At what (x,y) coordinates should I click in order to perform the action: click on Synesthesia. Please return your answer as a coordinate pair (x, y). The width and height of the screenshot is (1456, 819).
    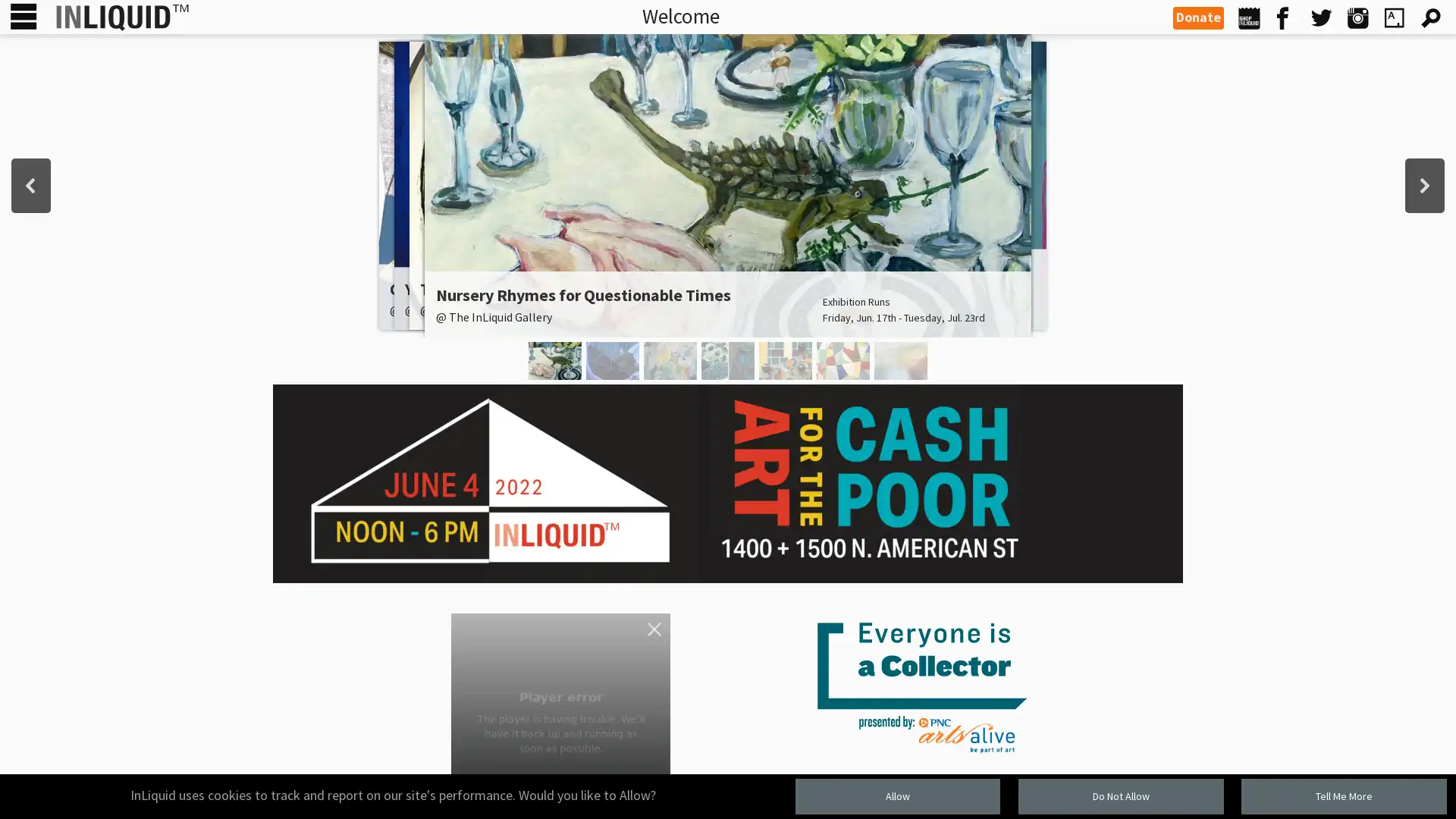
    Looking at the image, I should click on (786, 360).